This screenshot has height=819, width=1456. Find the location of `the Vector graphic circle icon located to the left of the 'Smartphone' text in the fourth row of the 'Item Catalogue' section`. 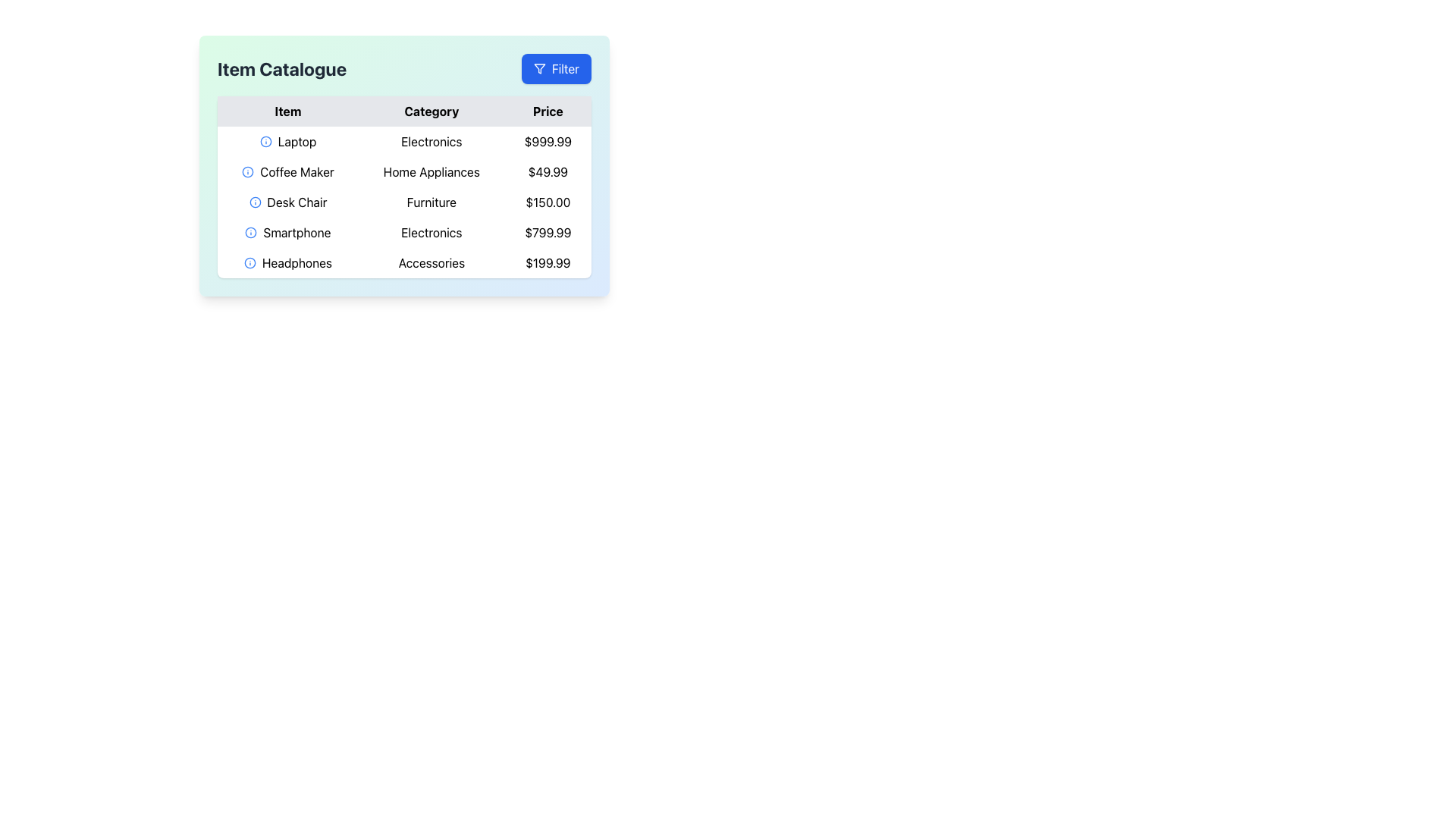

the Vector graphic circle icon located to the left of the 'Smartphone' text in the fourth row of the 'Item Catalogue' section is located at coordinates (251, 233).